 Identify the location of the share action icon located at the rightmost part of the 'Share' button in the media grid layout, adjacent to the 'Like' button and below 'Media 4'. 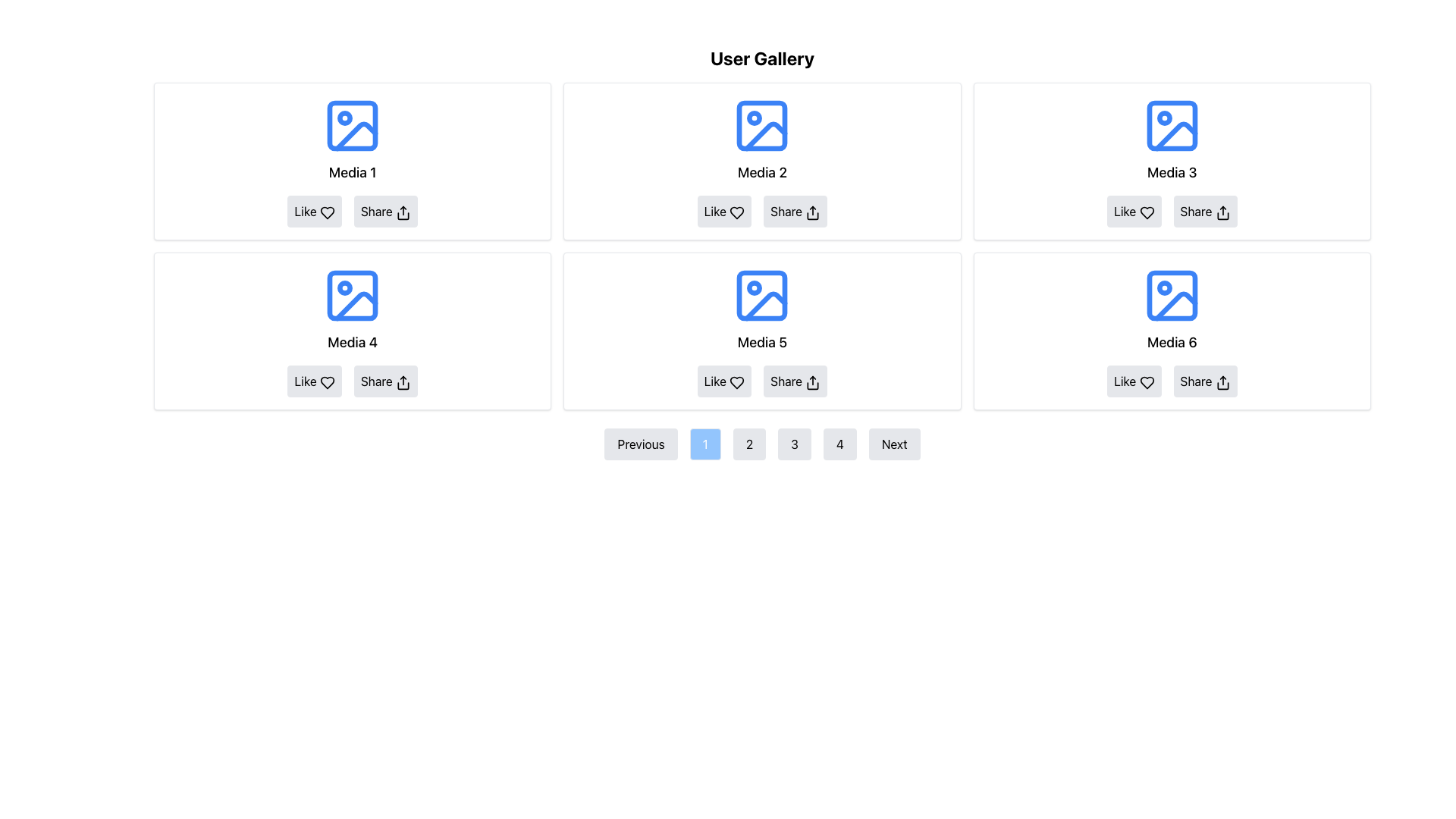
(403, 381).